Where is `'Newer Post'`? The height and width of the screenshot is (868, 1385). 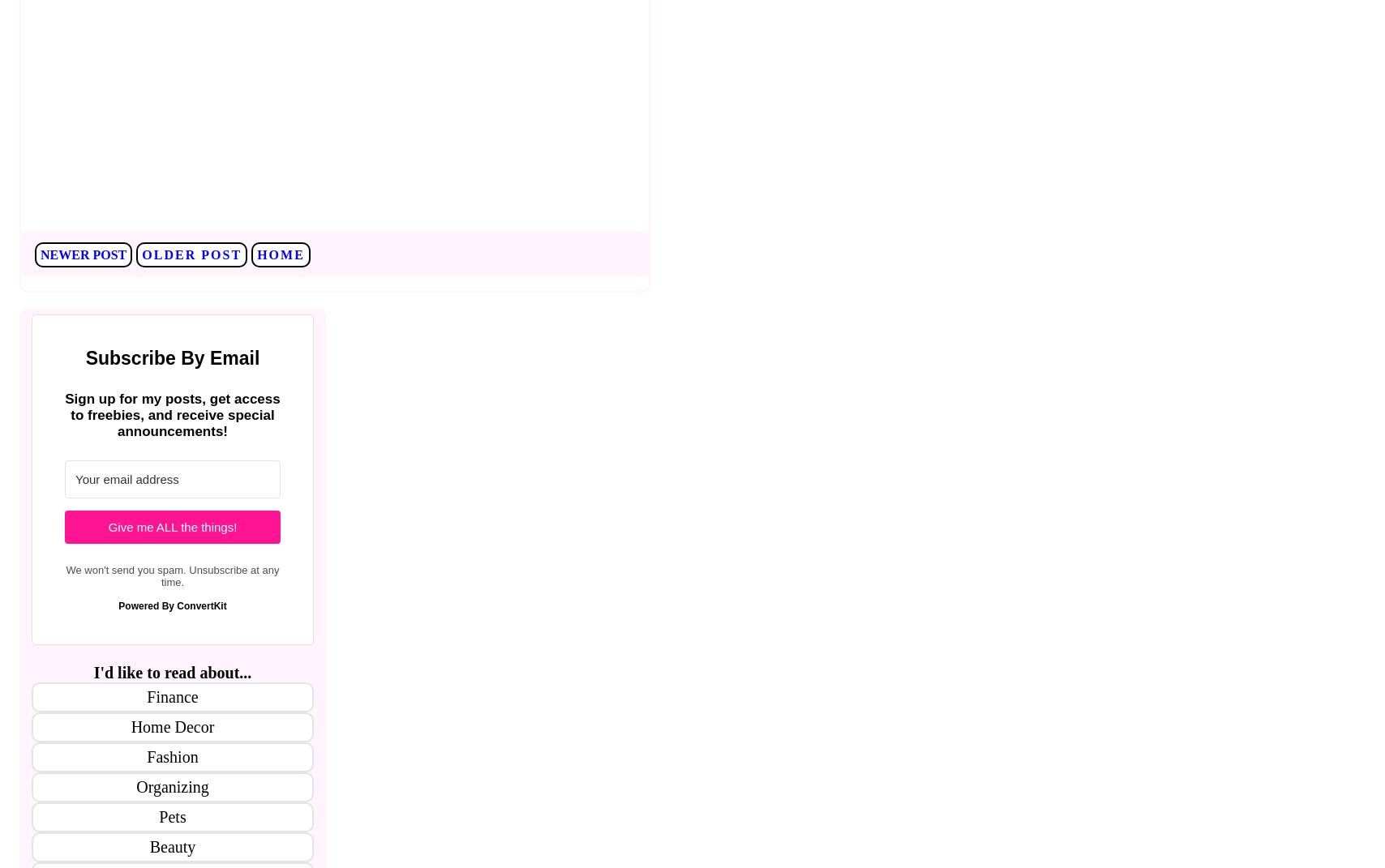 'Newer Post' is located at coordinates (83, 254).